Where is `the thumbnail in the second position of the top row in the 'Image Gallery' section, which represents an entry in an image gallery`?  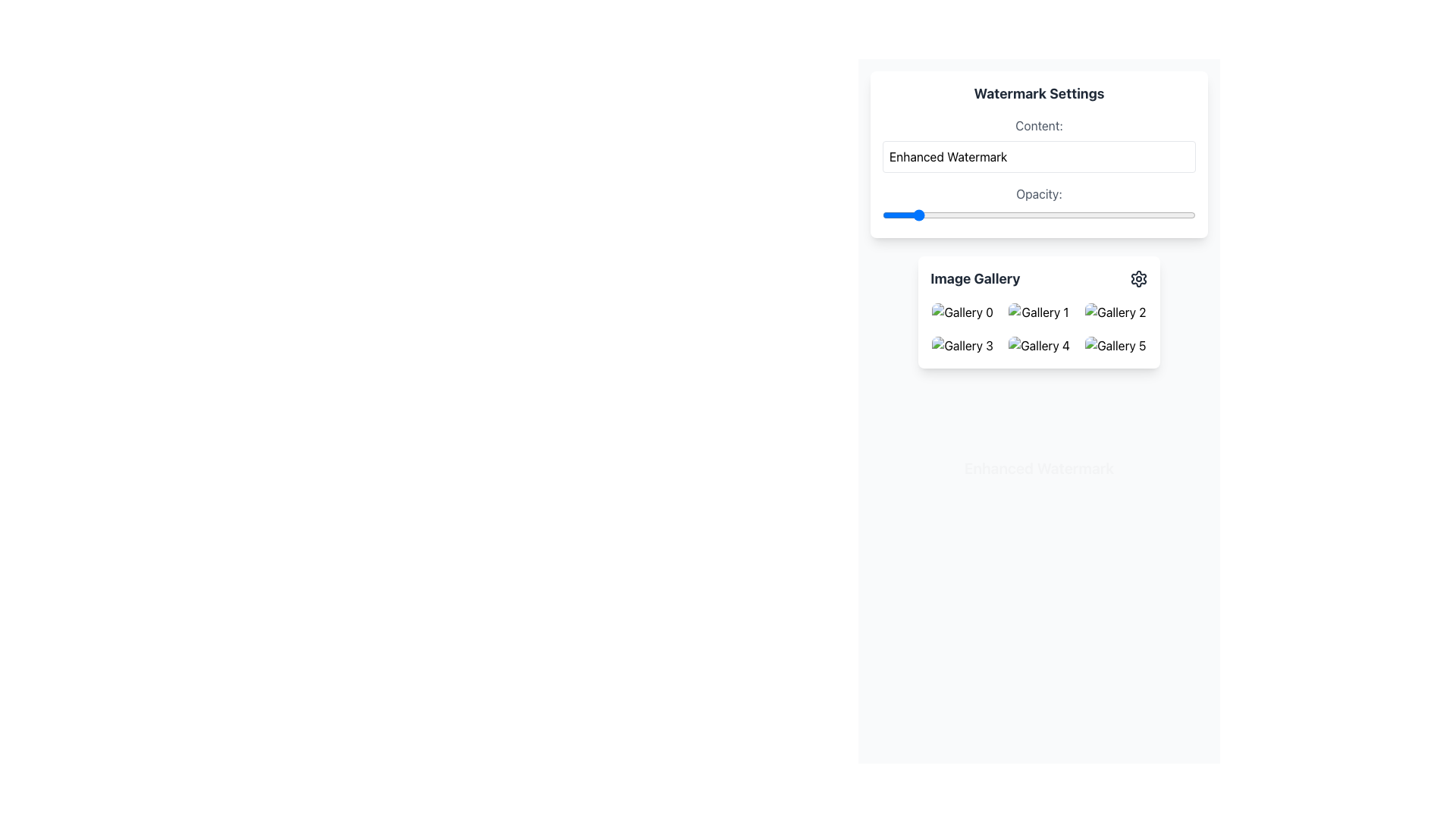 the thumbnail in the second position of the top row in the 'Image Gallery' section, which represents an entry in an image gallery is located at coordinates (1038, 312).